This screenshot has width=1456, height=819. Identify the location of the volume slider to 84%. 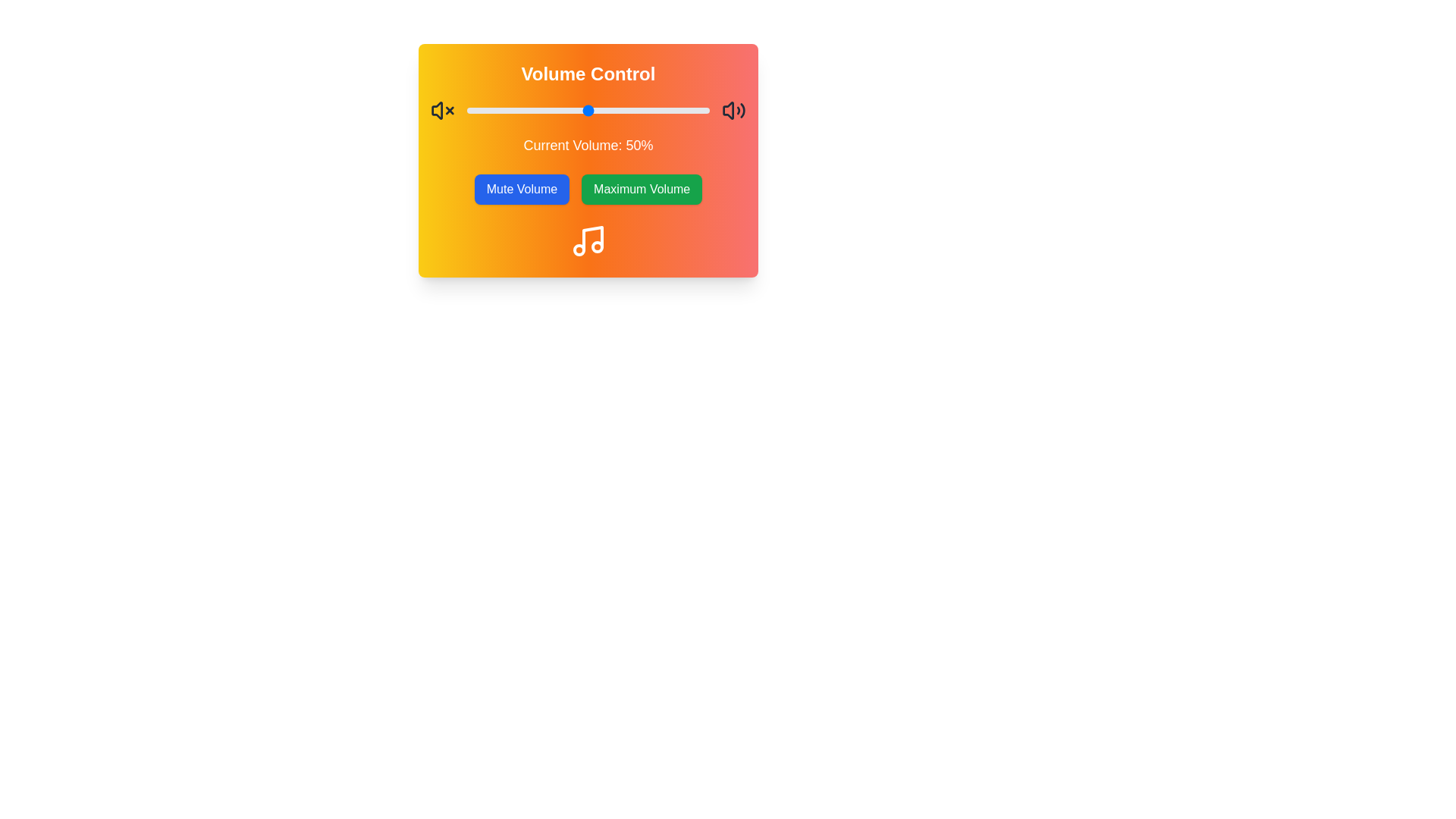
(670, 110).